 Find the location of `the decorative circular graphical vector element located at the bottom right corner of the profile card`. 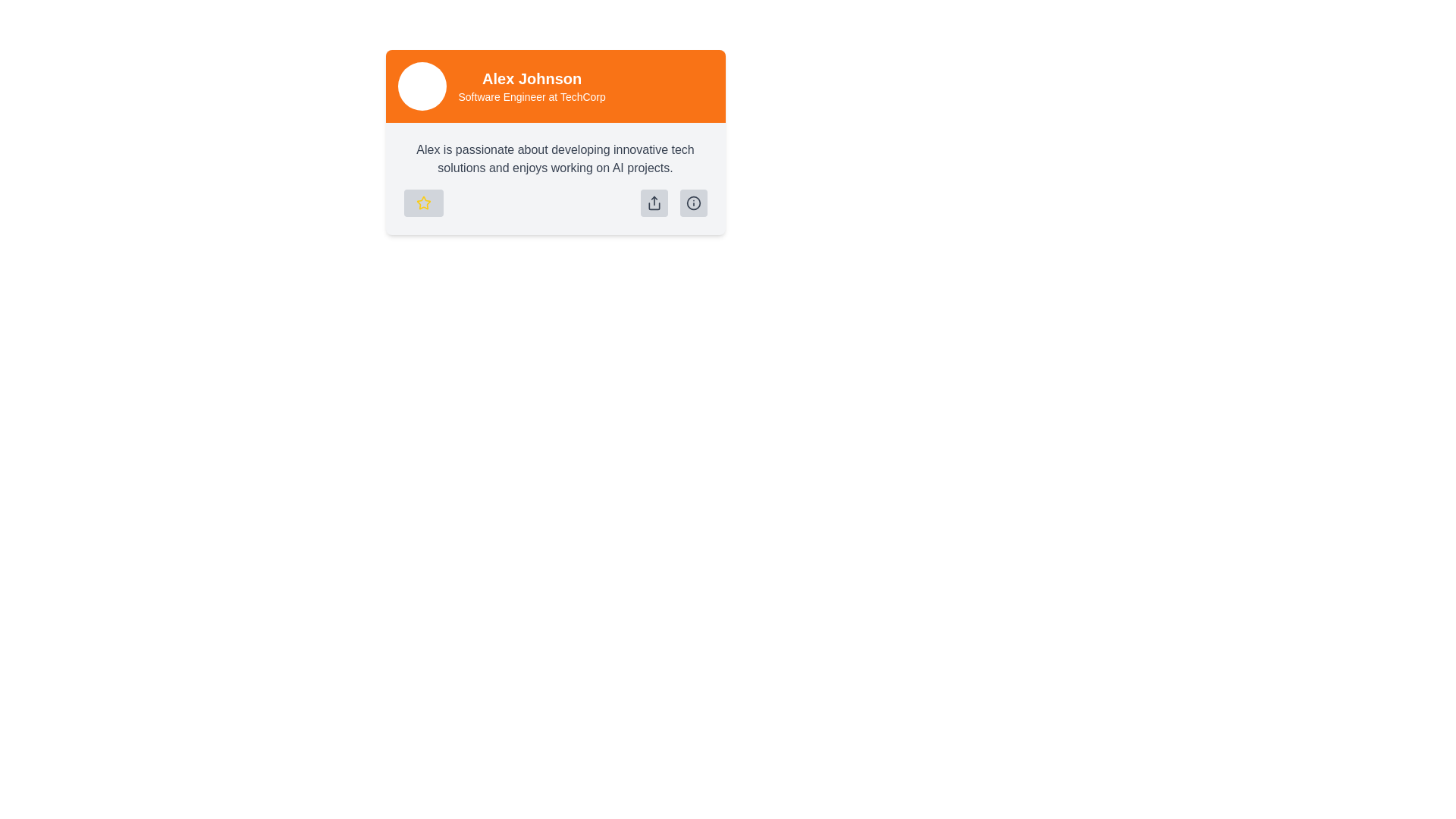

the decorative circular graphical vector element located at the bottom right corner of the profile card is located at coordinates (692, 202).